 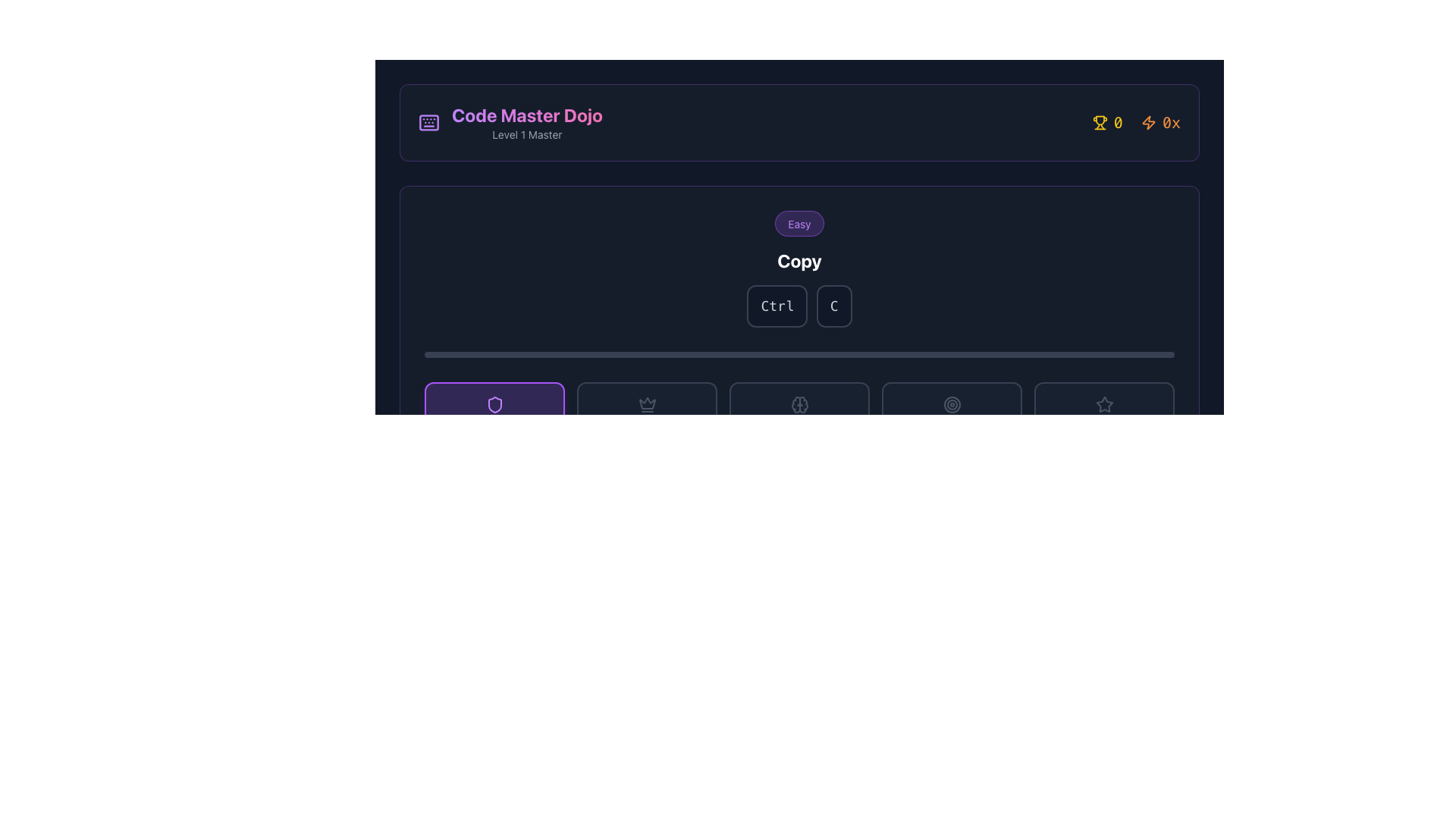 I want to click on the first button representing the 'Ctrl' key, located to the left of the 'C' button, so click(x=777, y=306).